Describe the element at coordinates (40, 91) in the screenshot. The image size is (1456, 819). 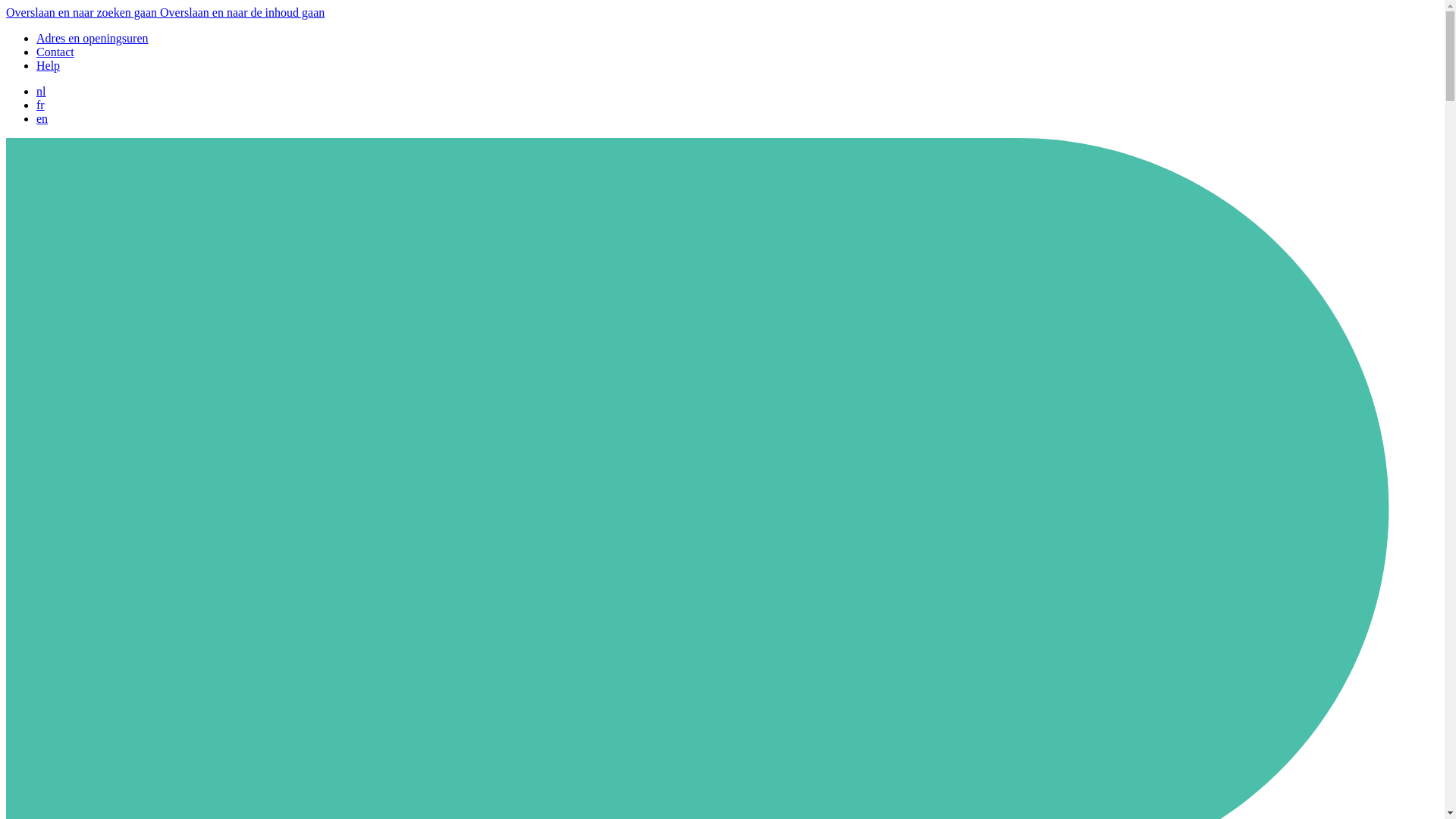
I see `'nl'` at that location.